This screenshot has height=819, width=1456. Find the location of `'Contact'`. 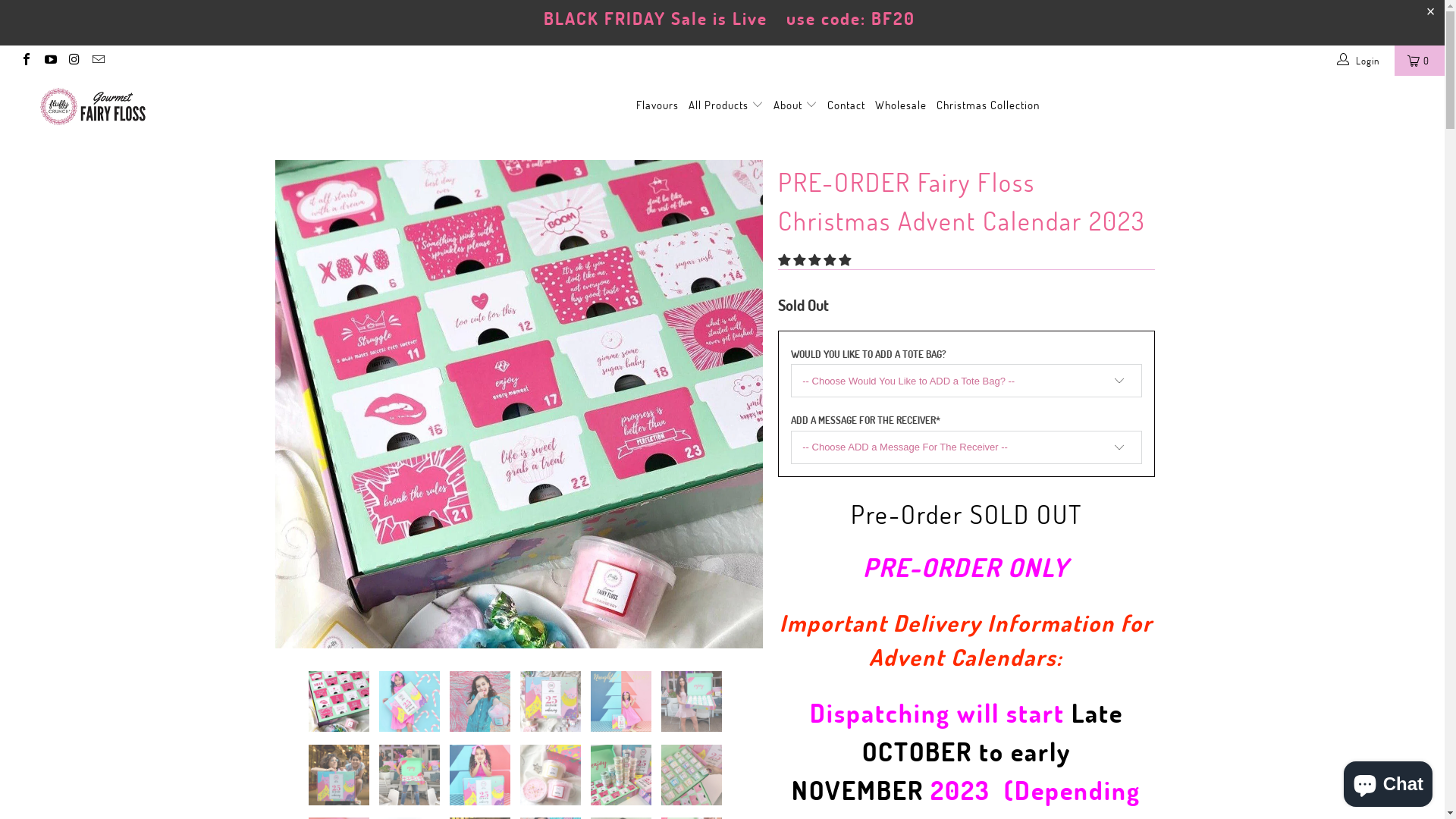

'Contact' is located at coordinates (826, 105).